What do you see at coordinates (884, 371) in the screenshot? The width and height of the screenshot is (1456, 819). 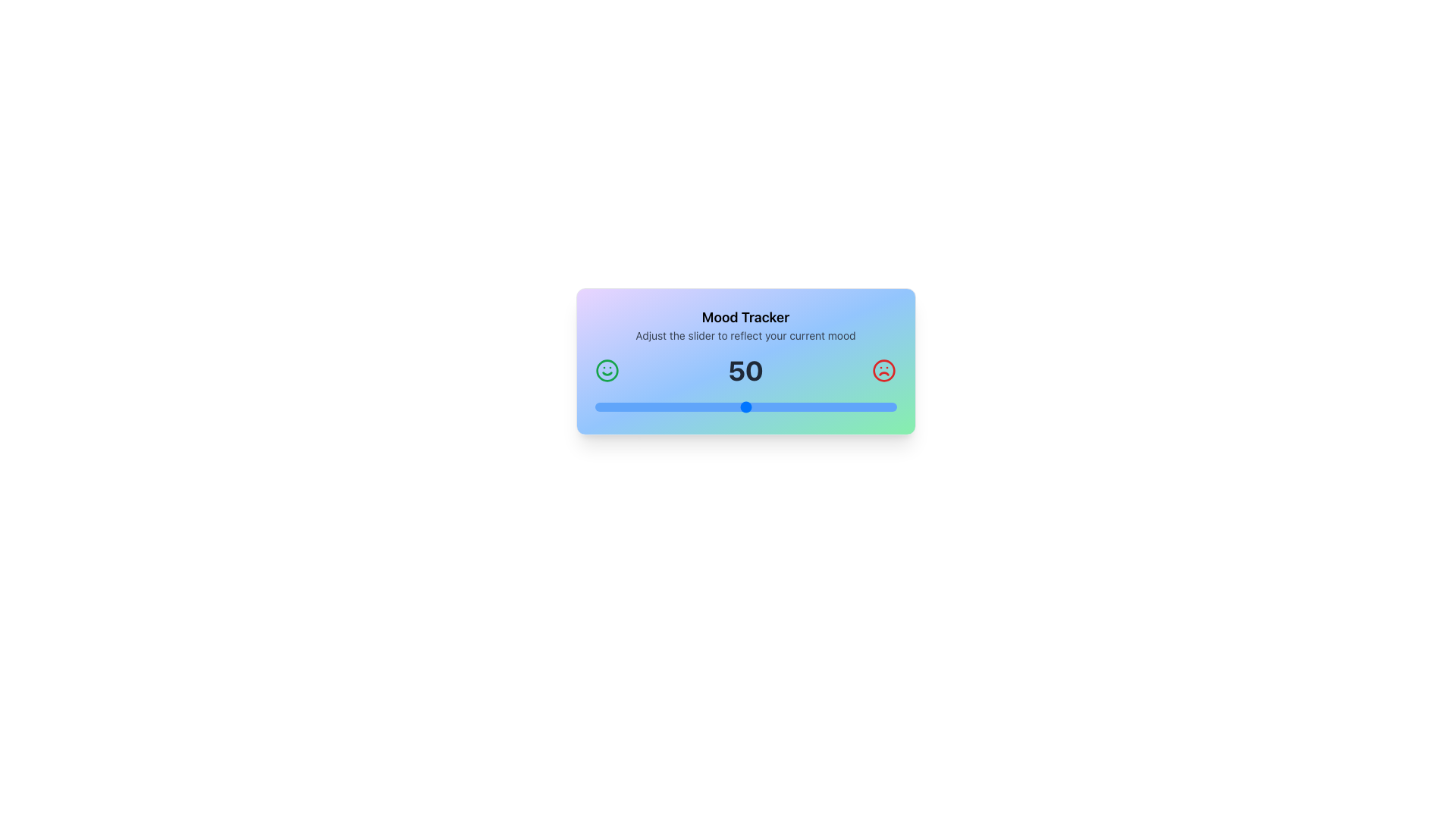 I see `the red frowning face icon located in the 'Mood Tracker' interface box, positioned to the far-right side and aligned horizontally with the numerical value '50'` at bounding box center [884, 371].